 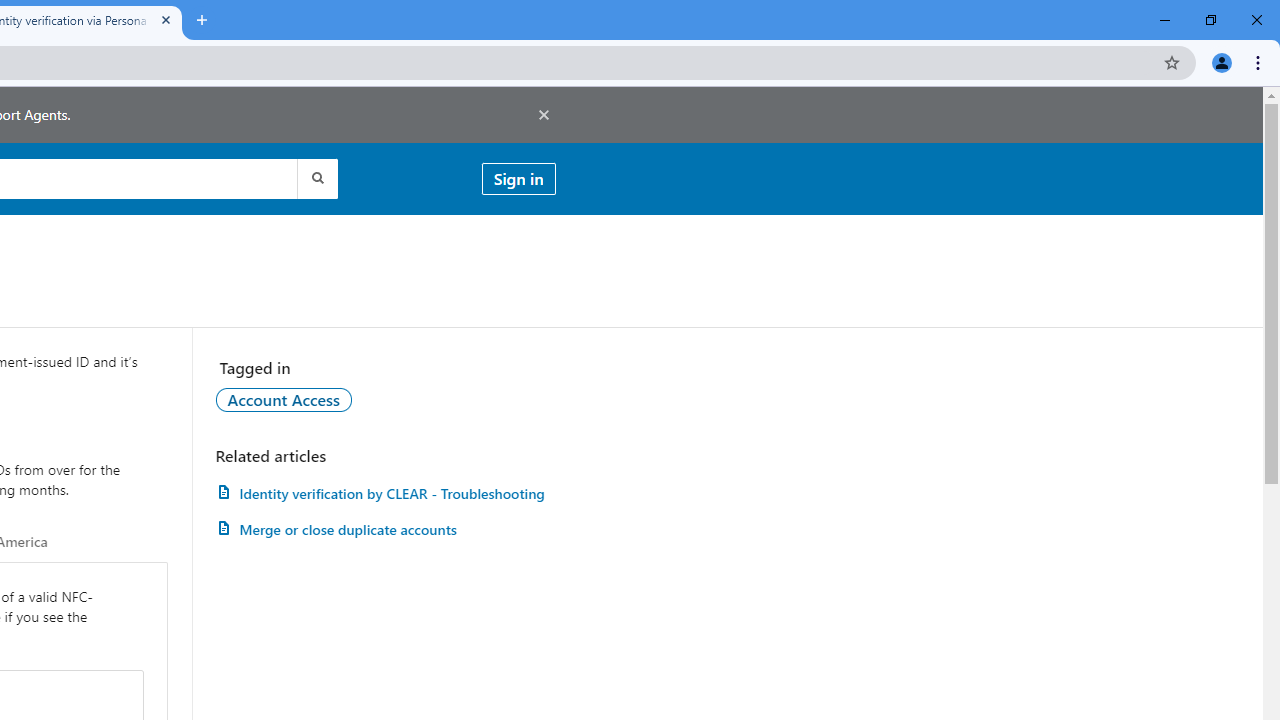 I want to click on 'Submit search', so click(x=315, y=177).